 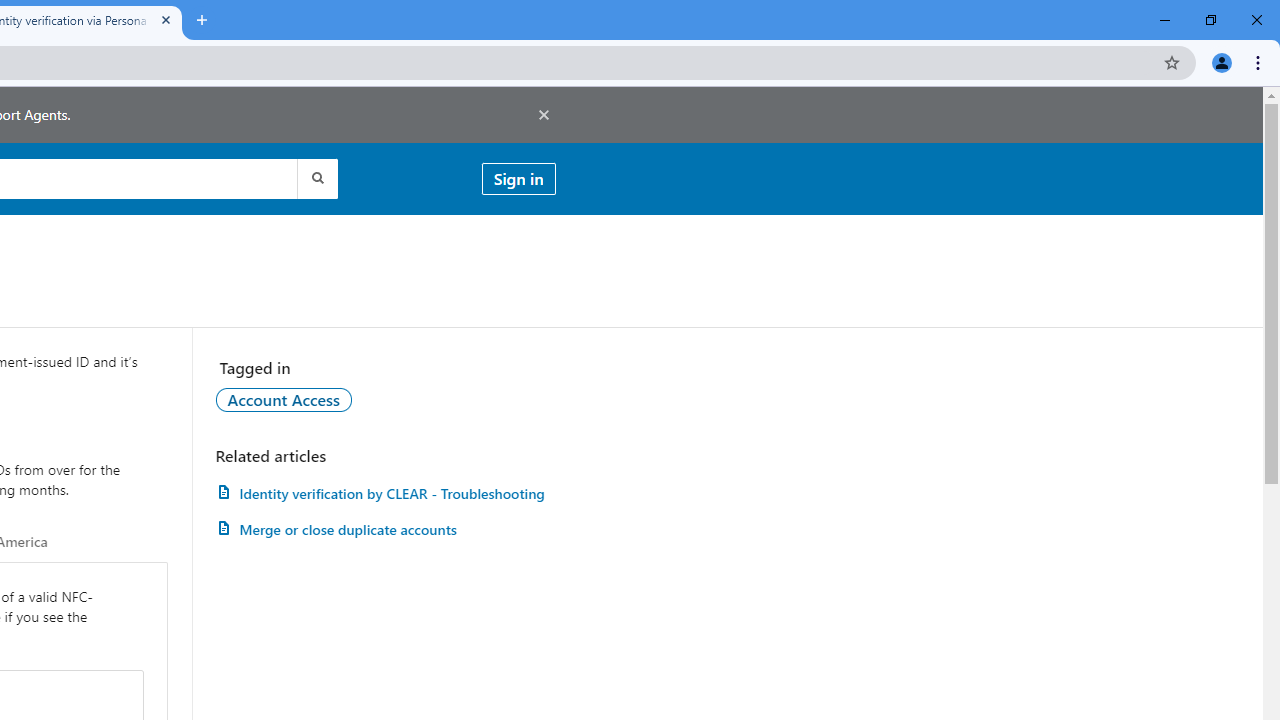 I want to click on 'Submit search', so click(x=315, y=177).